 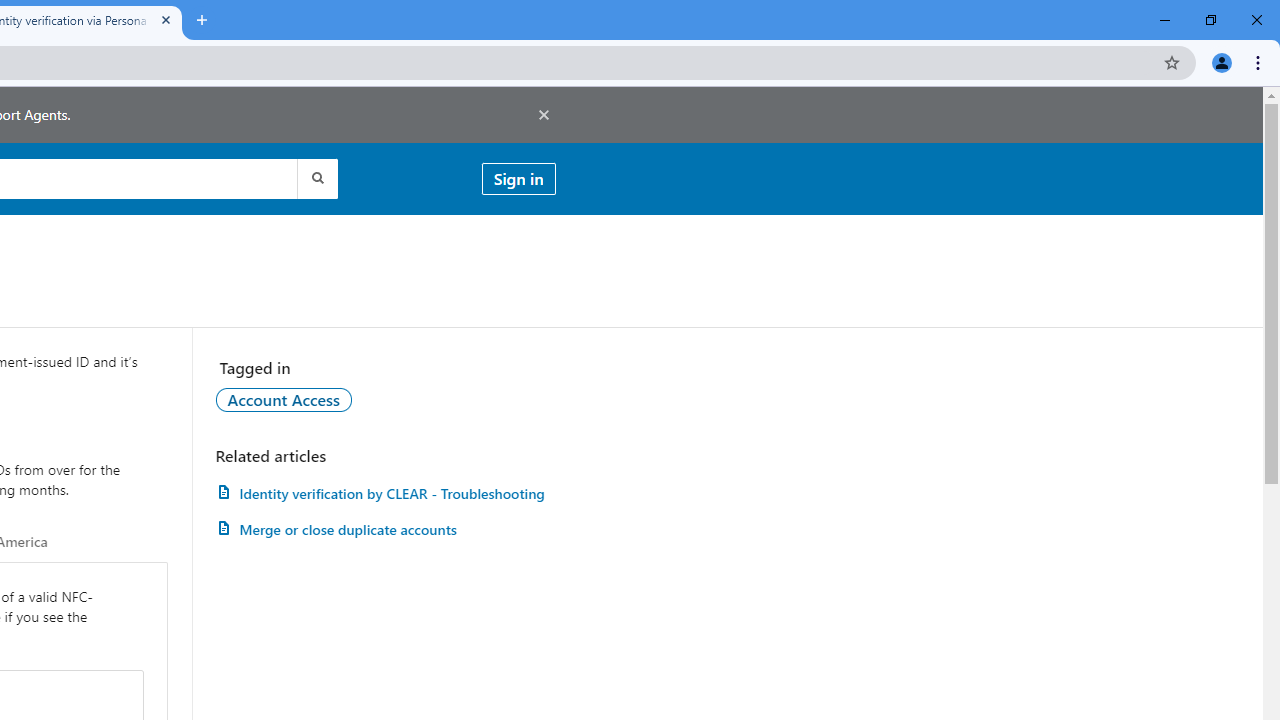 I want to click on 'Submit search', so click(x=315, y=177).